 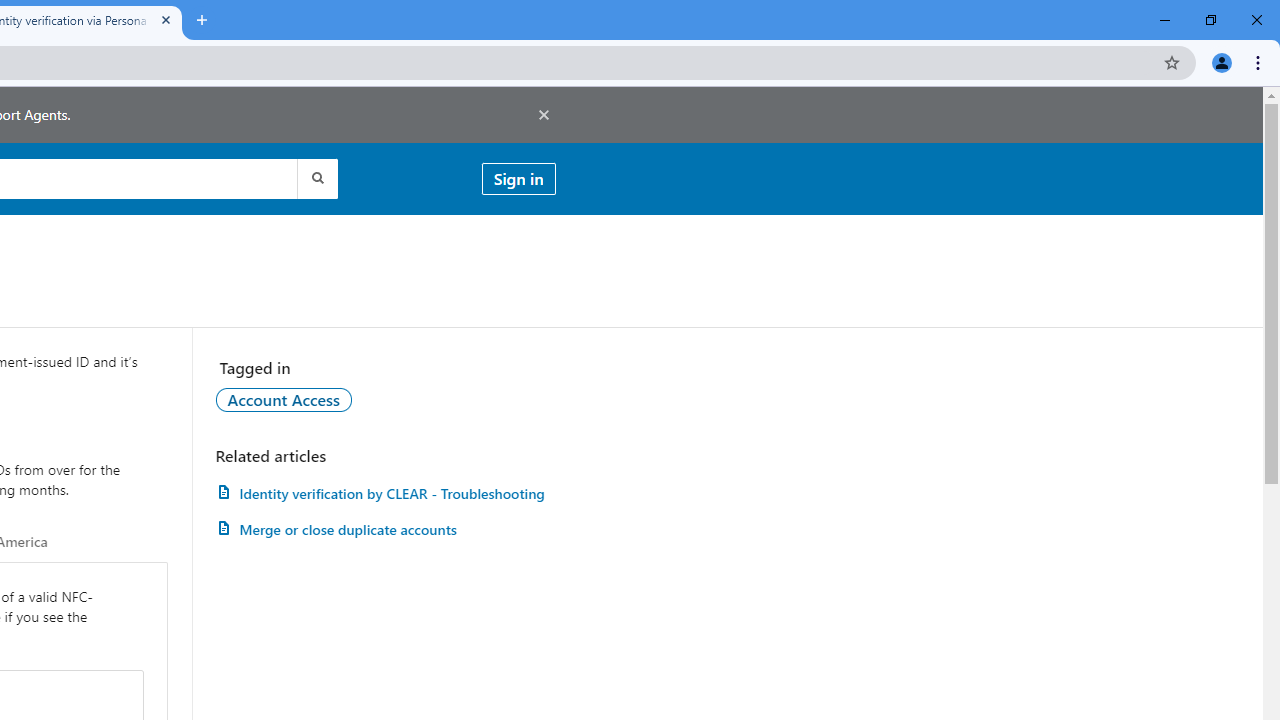 I want to click on 'Submit search', so click(x=315, y=177).